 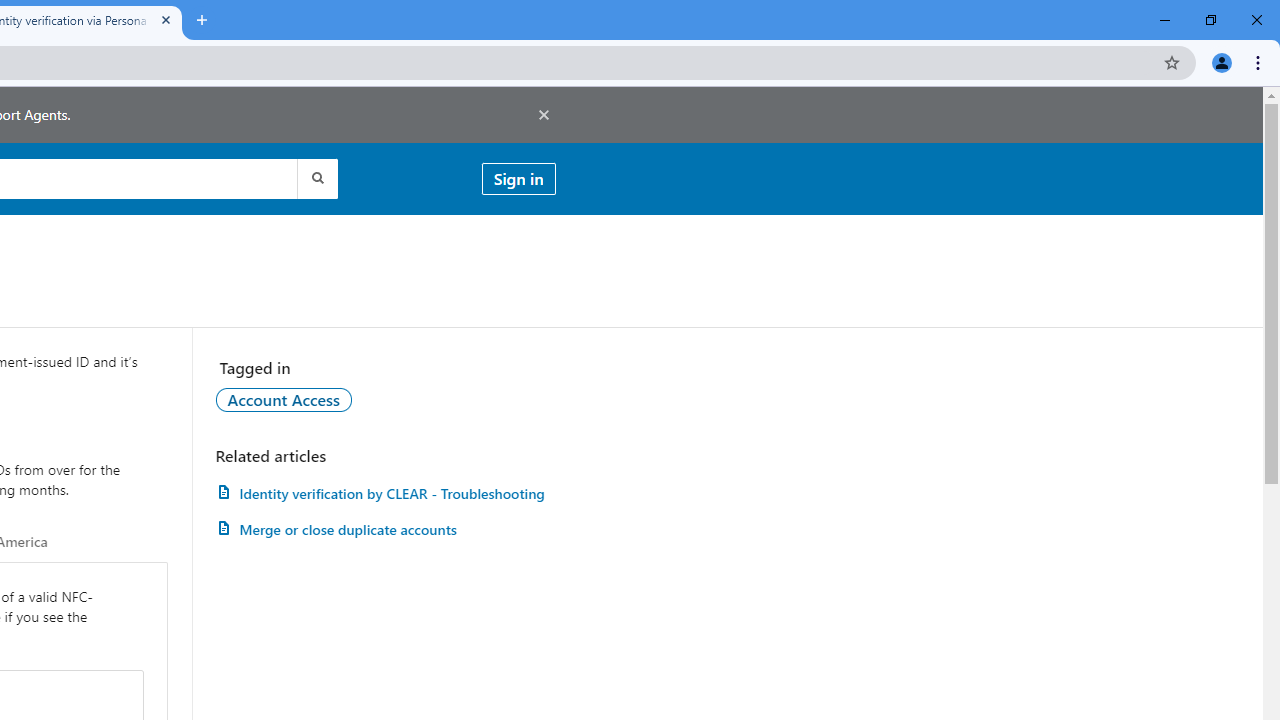 I want to click on 'Submit search', so click(x=315, y=177).